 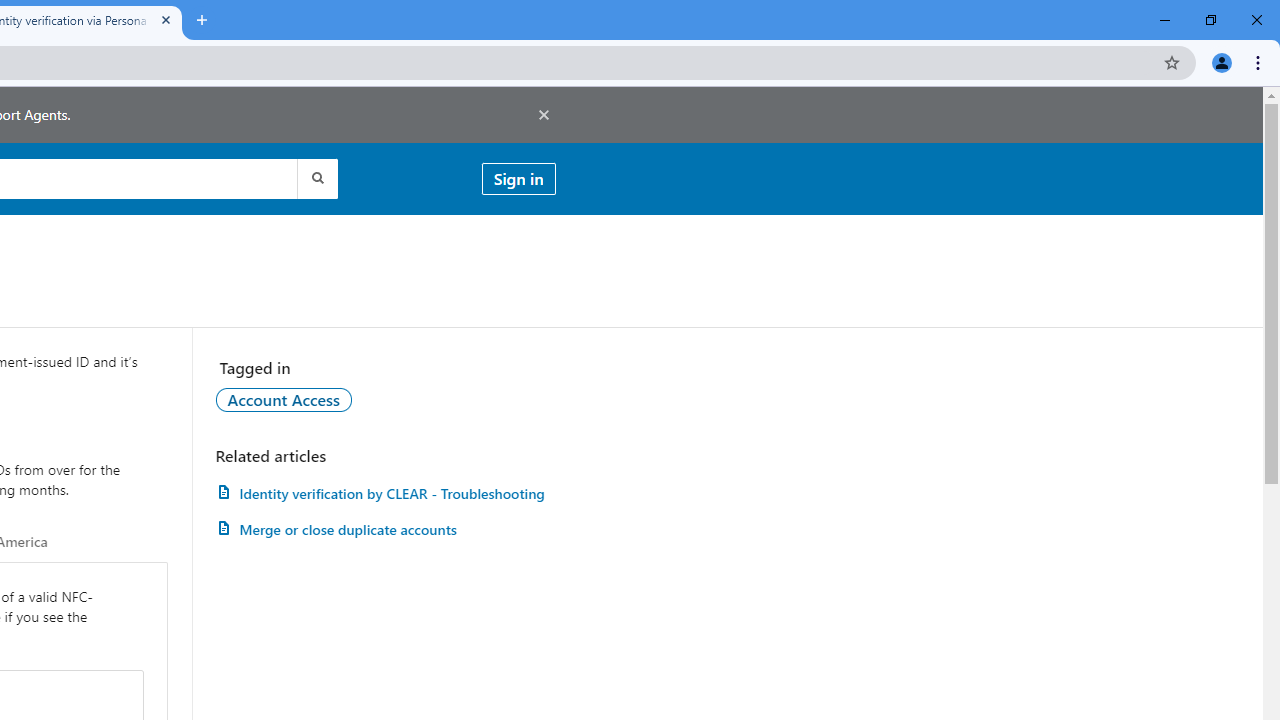 I want to click on 'Submit search', so click(x=315, y=177).